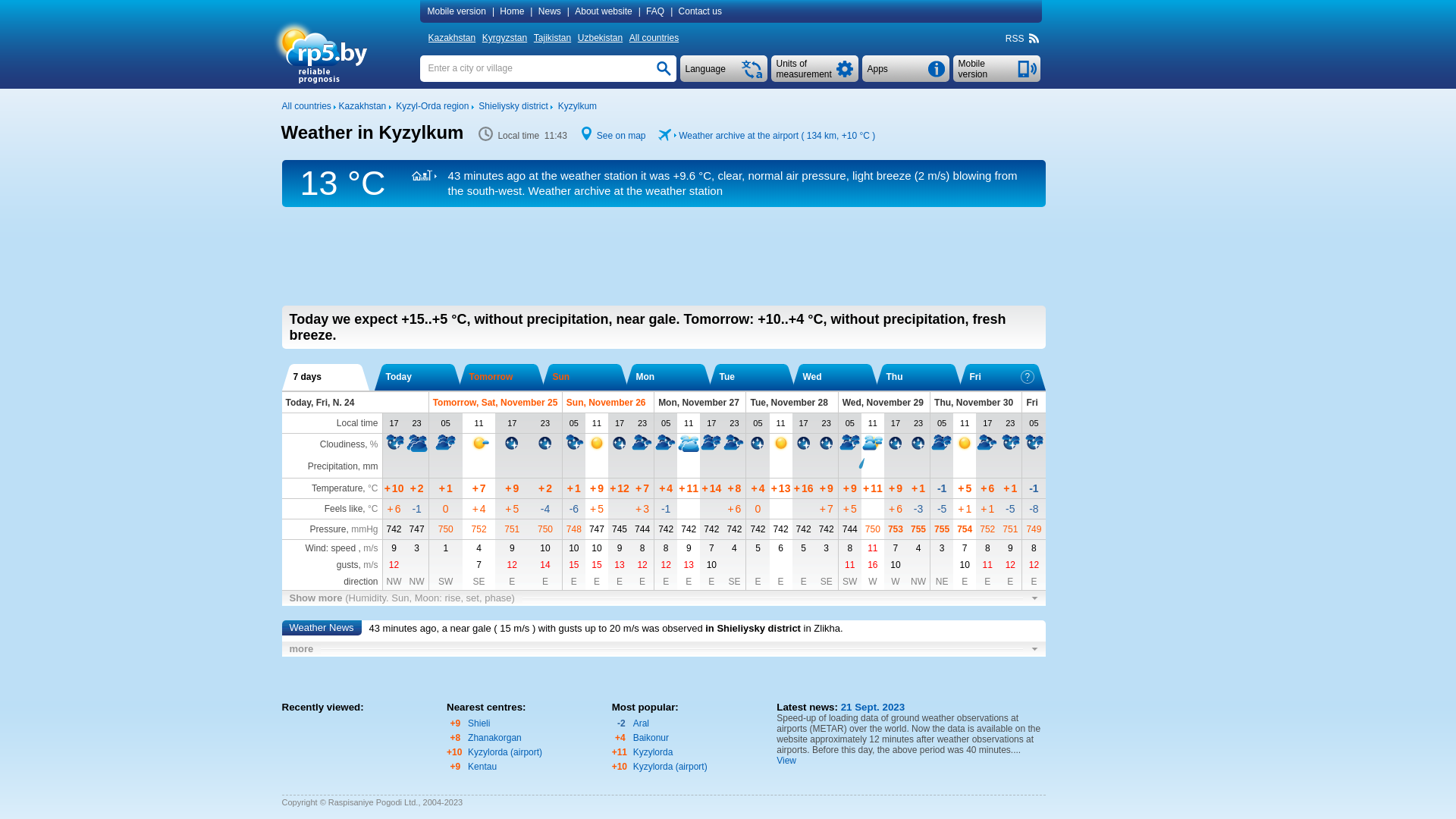 Image resolution: width=1456 pixels, height=819 pixels. Describe the element at coordinates (604, 11) in the screenshot. I see `'About website'` at that location.